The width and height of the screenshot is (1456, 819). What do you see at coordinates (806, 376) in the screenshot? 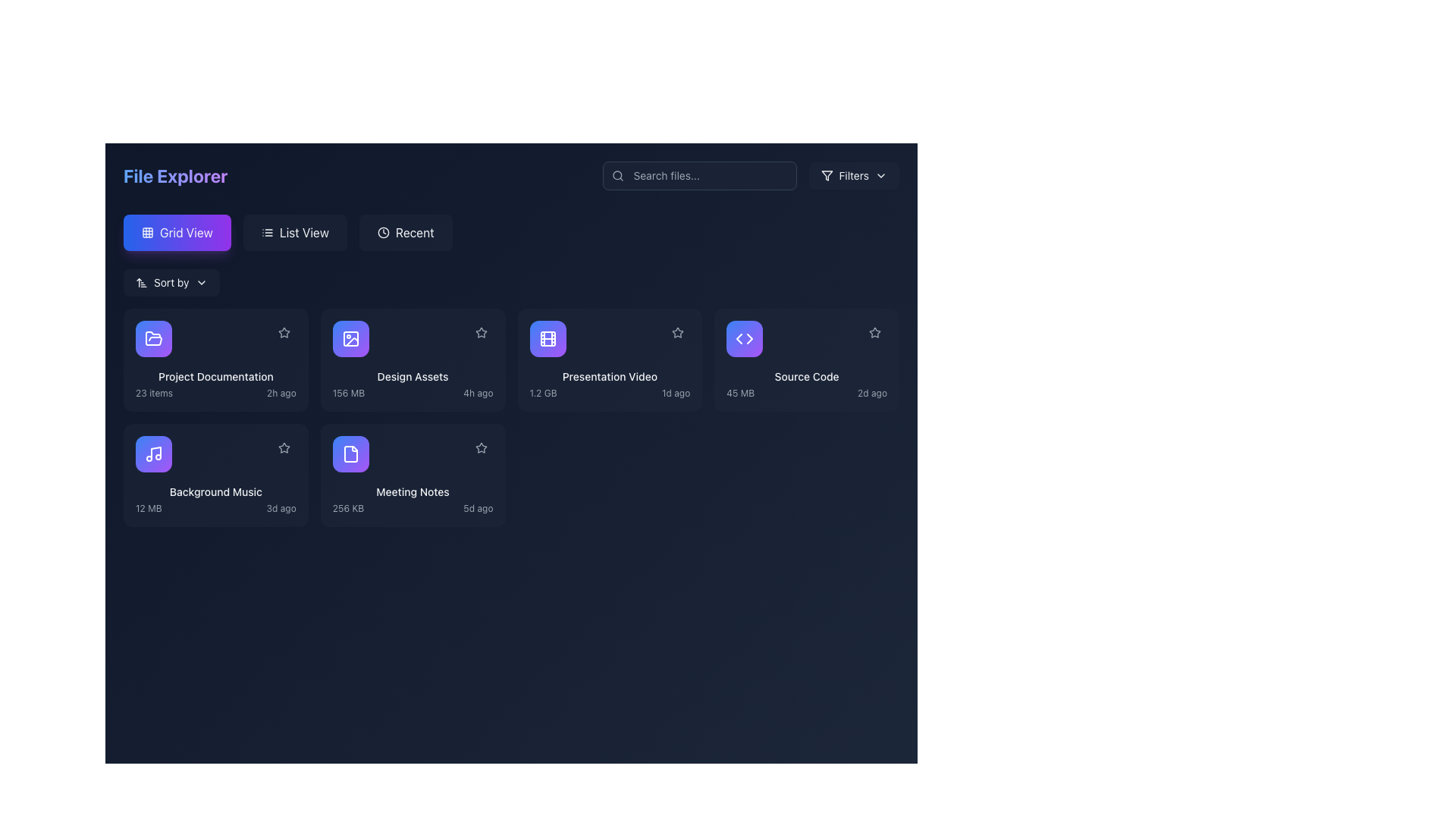
I see `text content of the 'Source Code' label, which is styled in a small, medium-weight font and is located at the bottom center of the fourth card in the grid view of the file explorer interface` at bounding box center [806, 376].